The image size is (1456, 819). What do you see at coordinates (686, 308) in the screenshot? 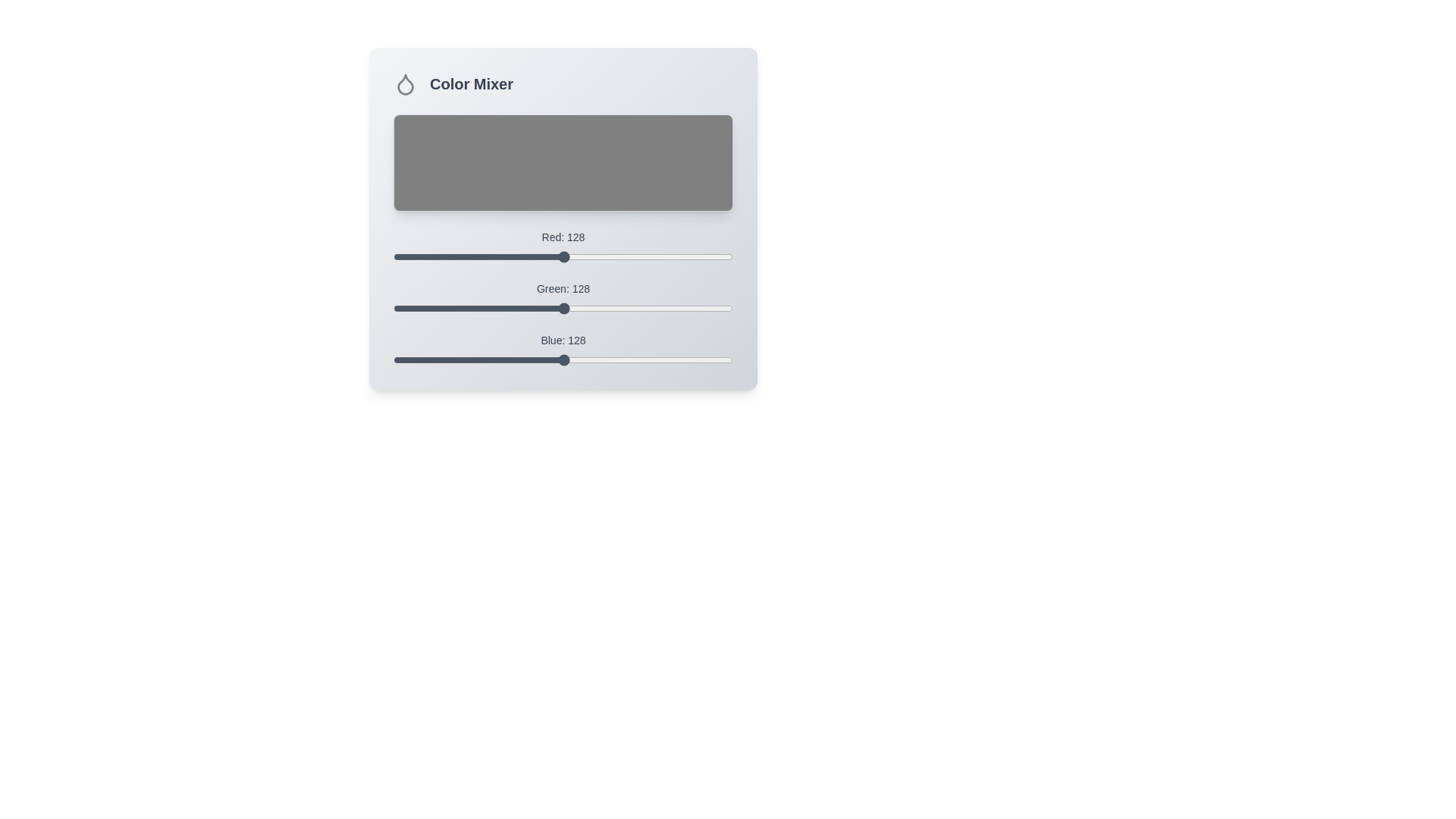
I see `the green slider to 220` at bounding box center [686, 308].